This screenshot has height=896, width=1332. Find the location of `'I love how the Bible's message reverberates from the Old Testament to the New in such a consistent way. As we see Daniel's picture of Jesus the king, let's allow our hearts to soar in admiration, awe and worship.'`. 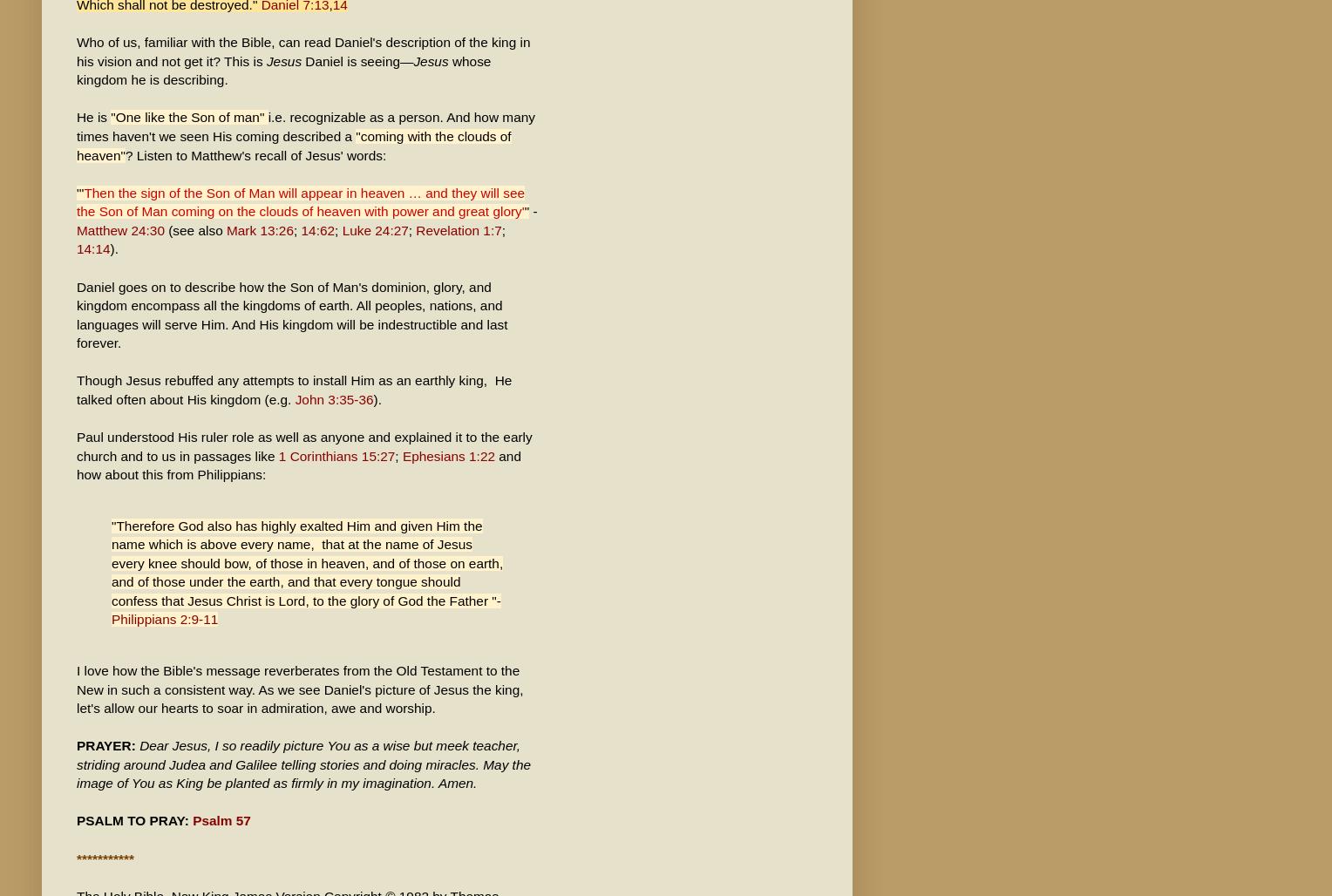

'I love how the Bible's message reverberates from the Old Testament to the New in such a consistent way. As we see Daniel's picture of Jesus the king, let's allow our hearts to soar in admiration, awe and worship.' is located at coordinates (298, 689).